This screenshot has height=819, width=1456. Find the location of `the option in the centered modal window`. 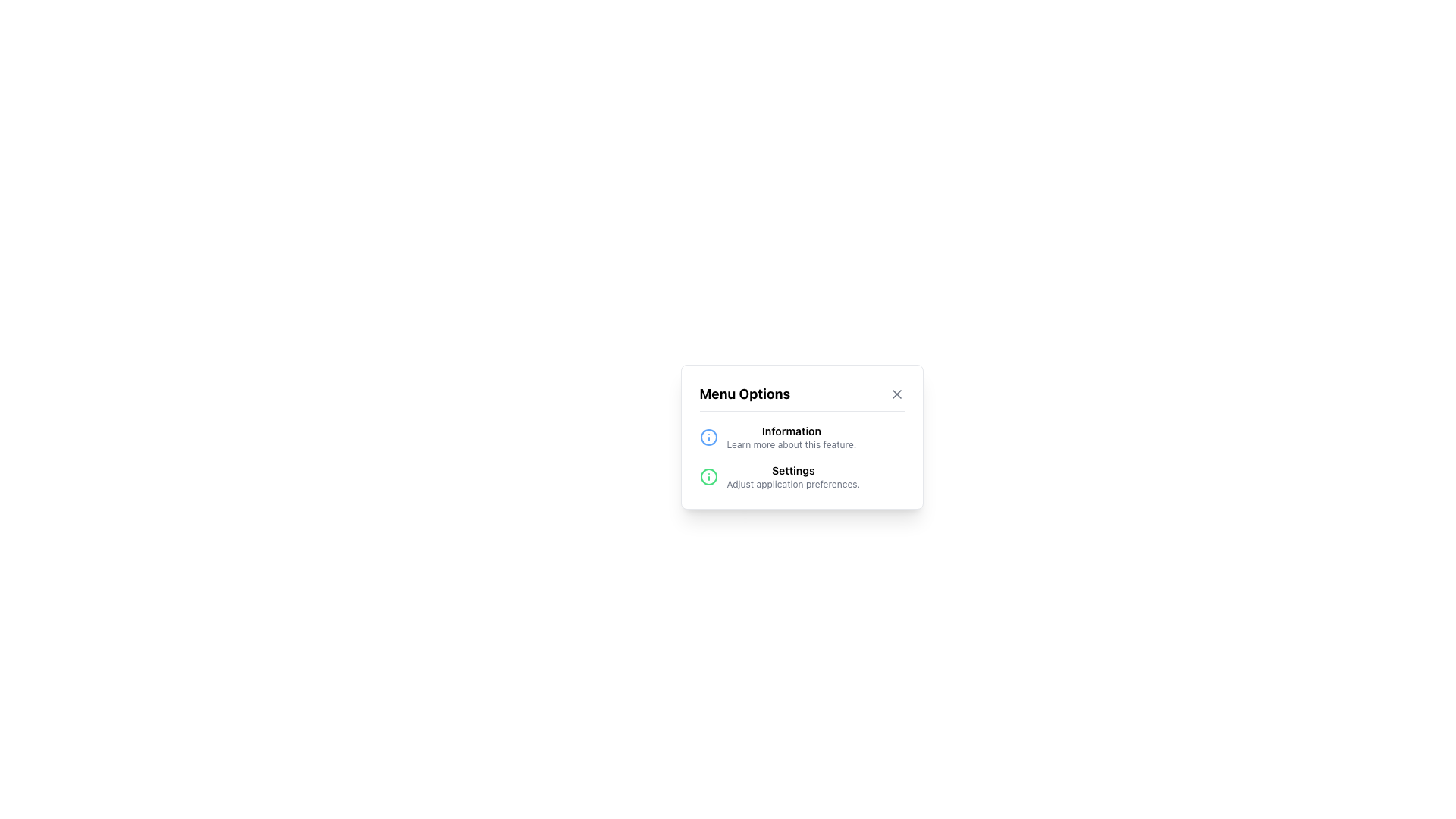

the option in the centered modal window is located at coordinates (801, 436).